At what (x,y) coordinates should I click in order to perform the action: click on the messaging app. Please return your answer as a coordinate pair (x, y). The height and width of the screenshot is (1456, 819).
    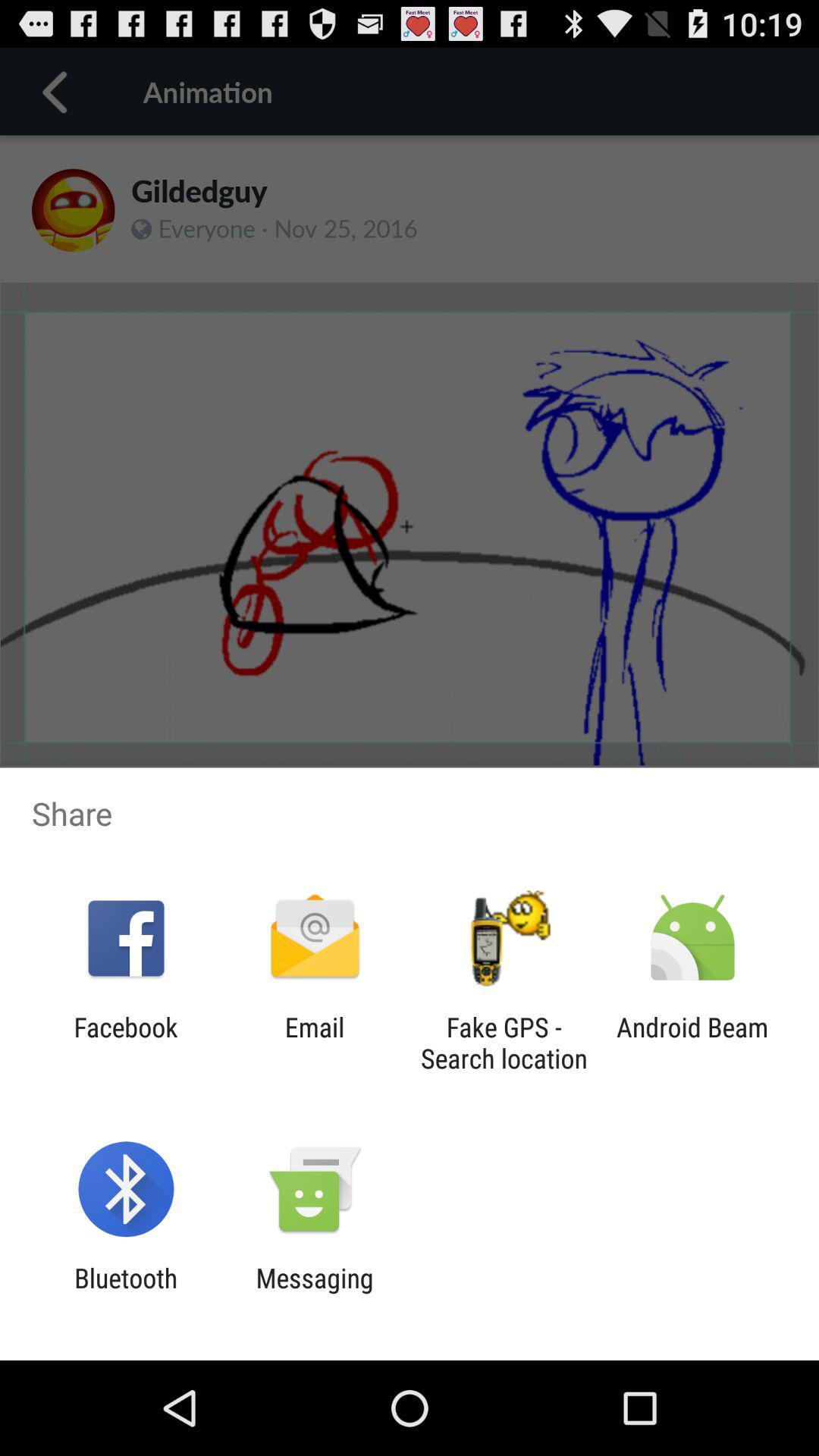
    Looking at the image, I should click on (314, 1293).